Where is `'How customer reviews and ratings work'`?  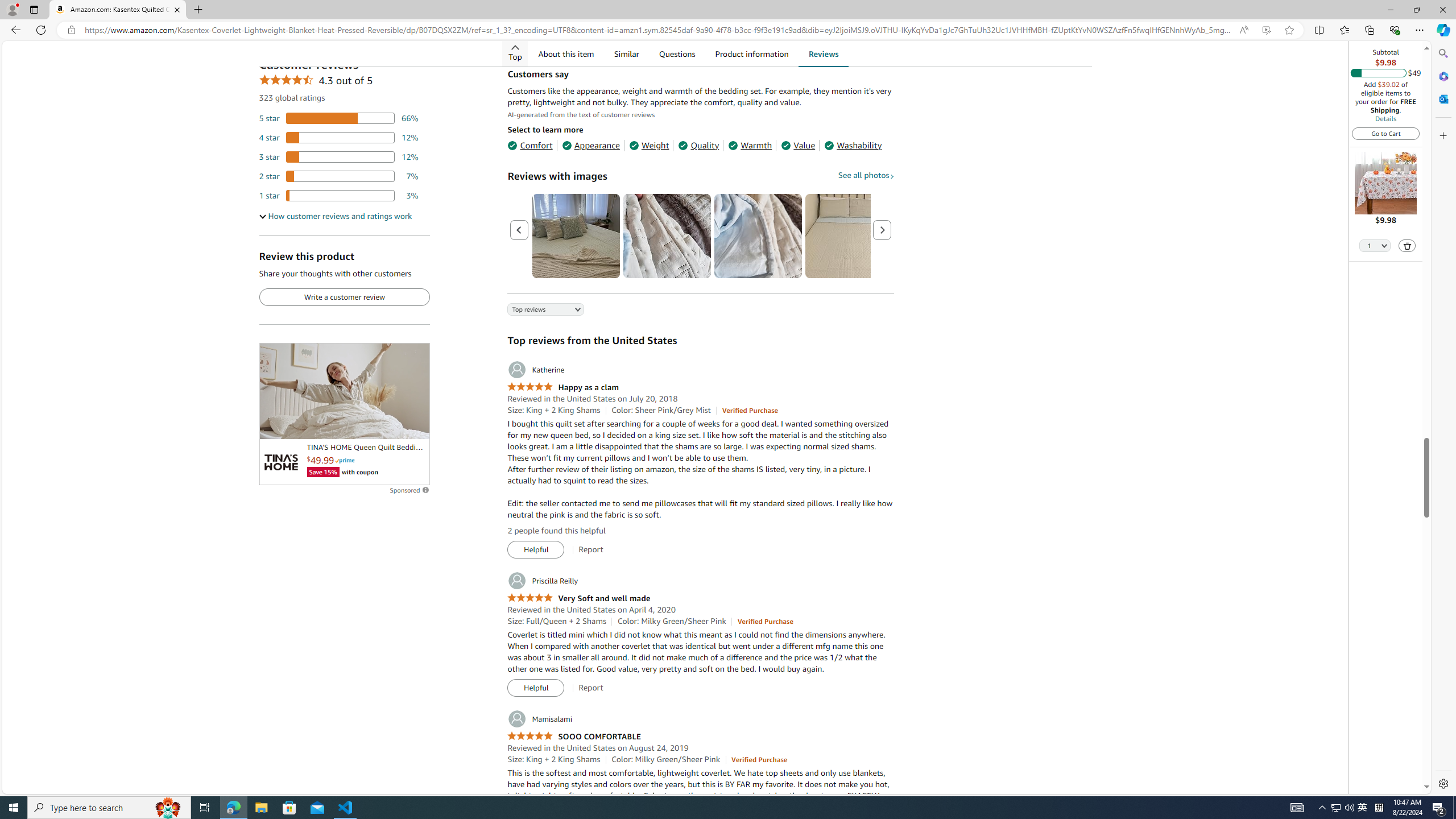
'How customer reviews and ratings work' is located at coordinates (336, 216).